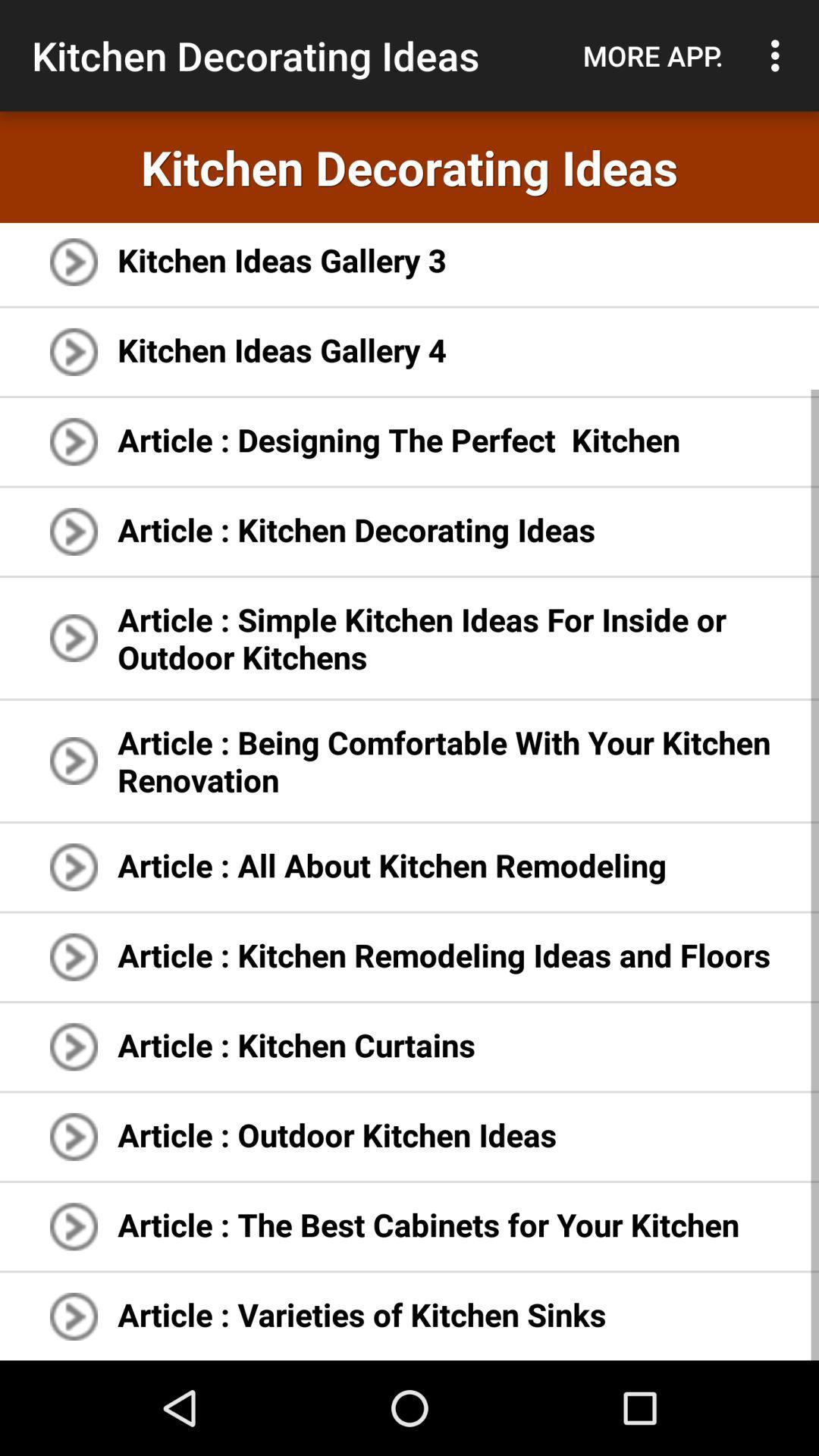  I want to click on item next to the more app., so click(779, 55).